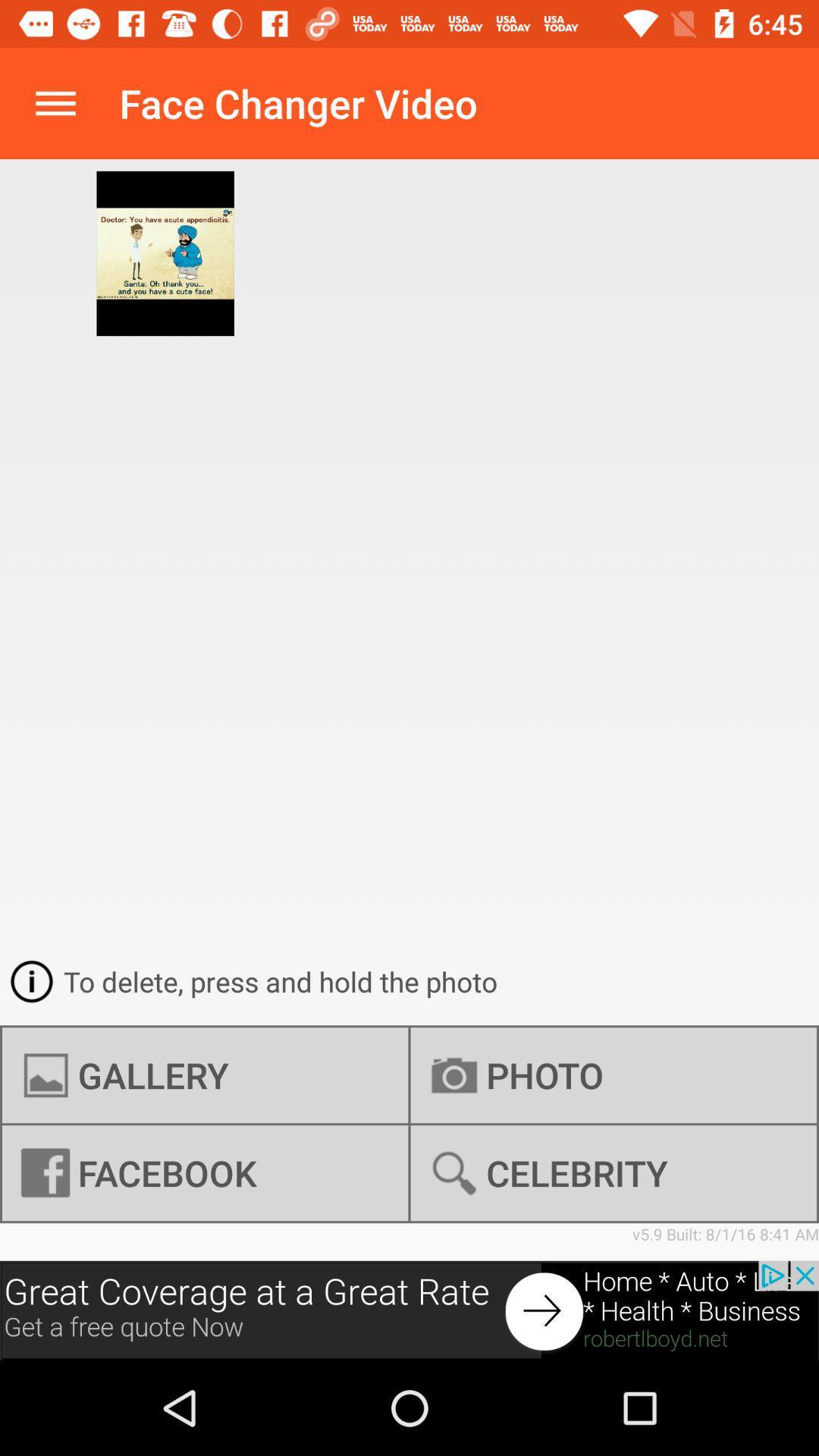 This screenshot has height=1456, width=819. Describe the element at coordinates (205, 1075) in the screenshot. I see `the icon above the facebook icon` at that location.